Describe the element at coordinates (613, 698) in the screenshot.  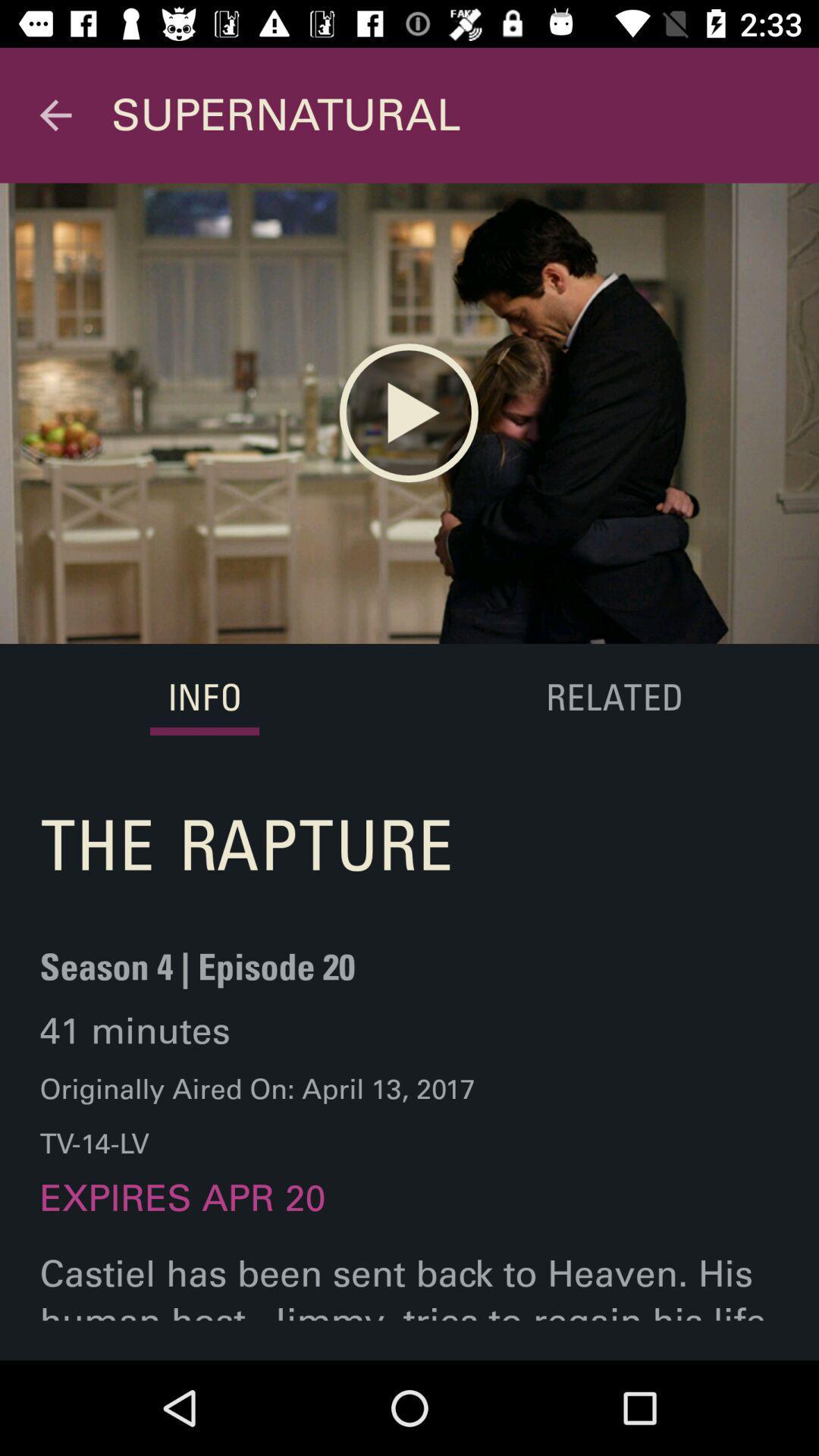
I see `icon next to info` at that location.